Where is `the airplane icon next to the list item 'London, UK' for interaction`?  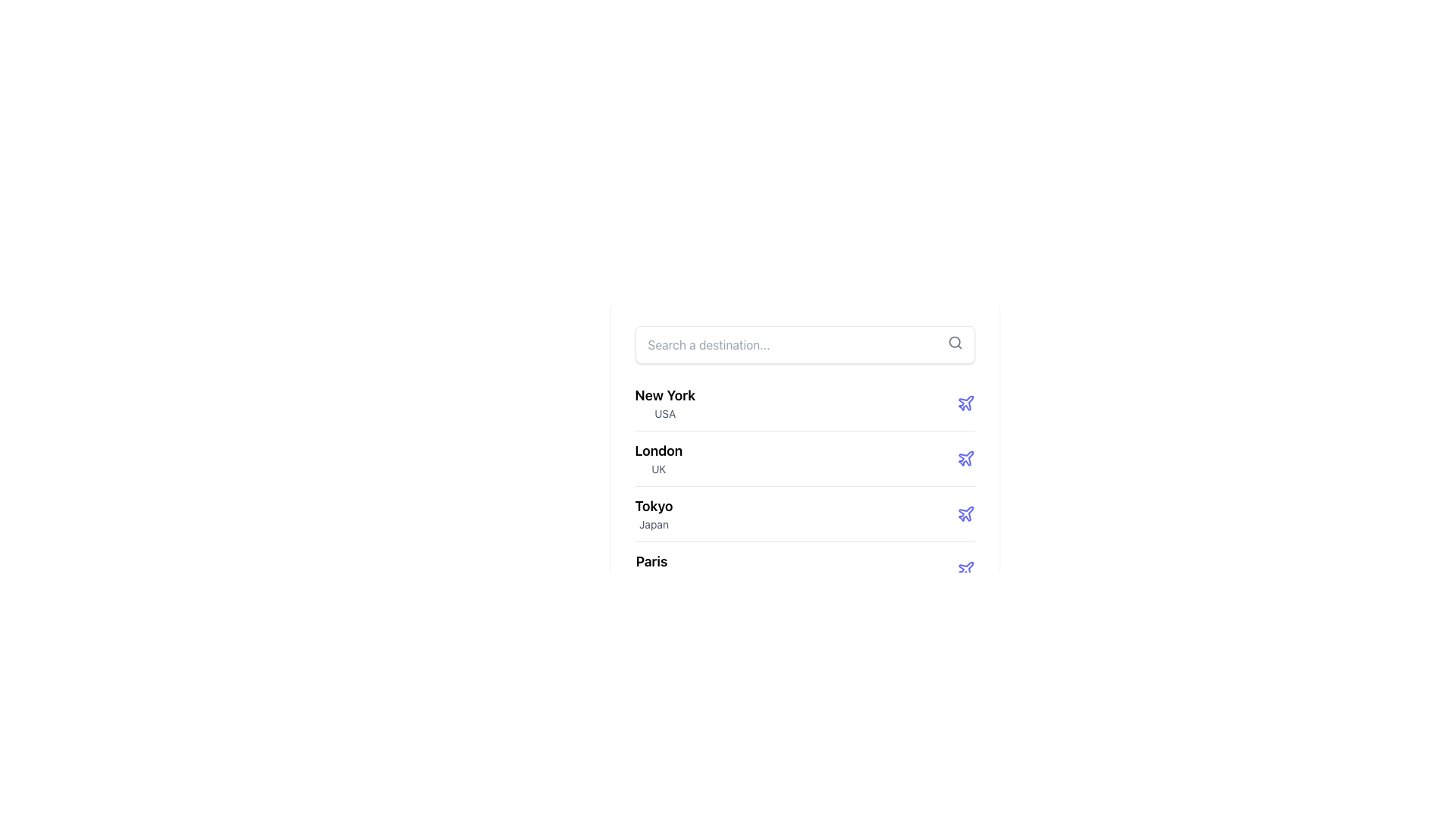
the airplane icon next to the list item 'London, UK' for interaction is located at coordinates (965, 457).